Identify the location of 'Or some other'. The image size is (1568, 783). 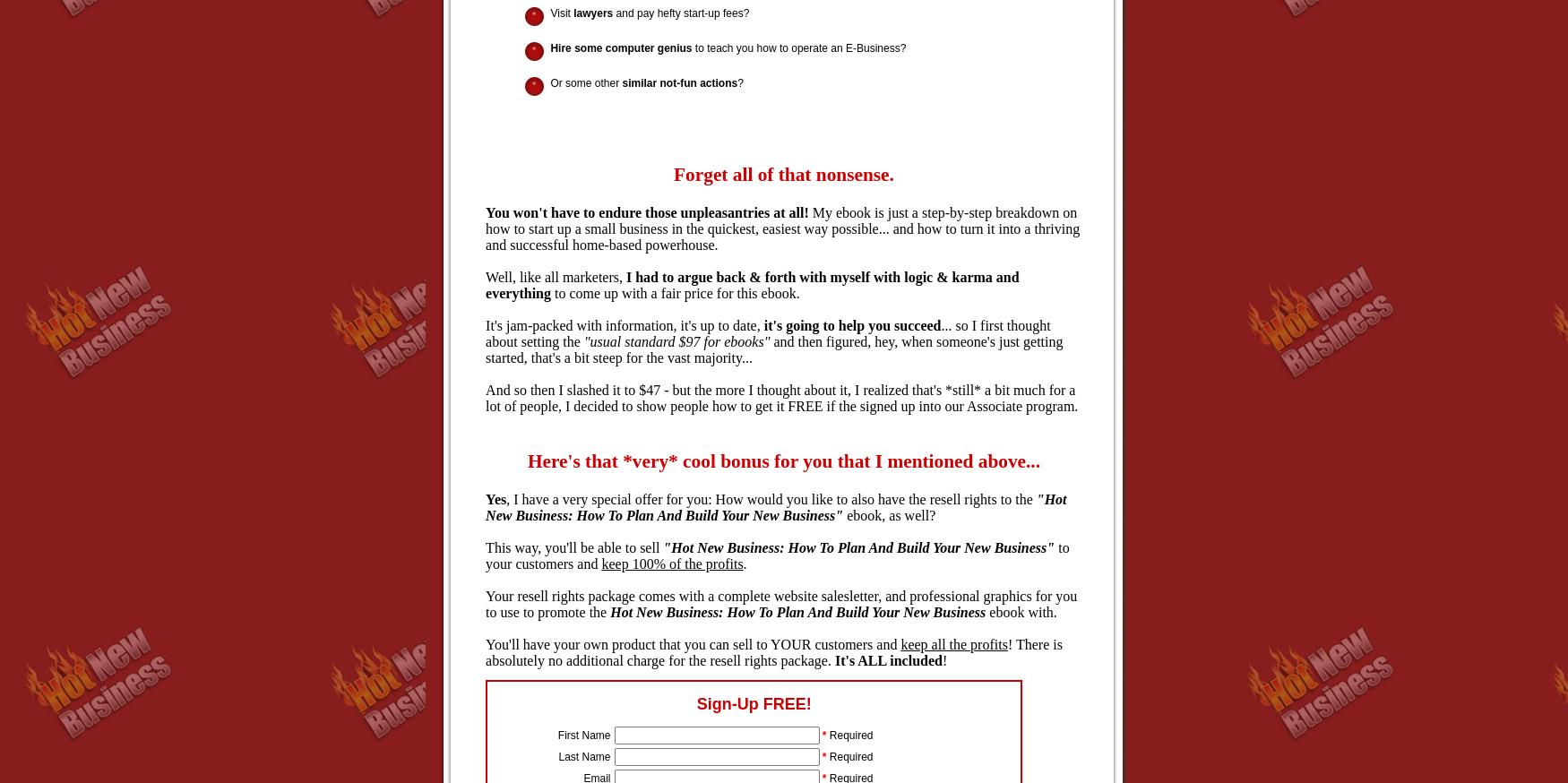
(547, 82).